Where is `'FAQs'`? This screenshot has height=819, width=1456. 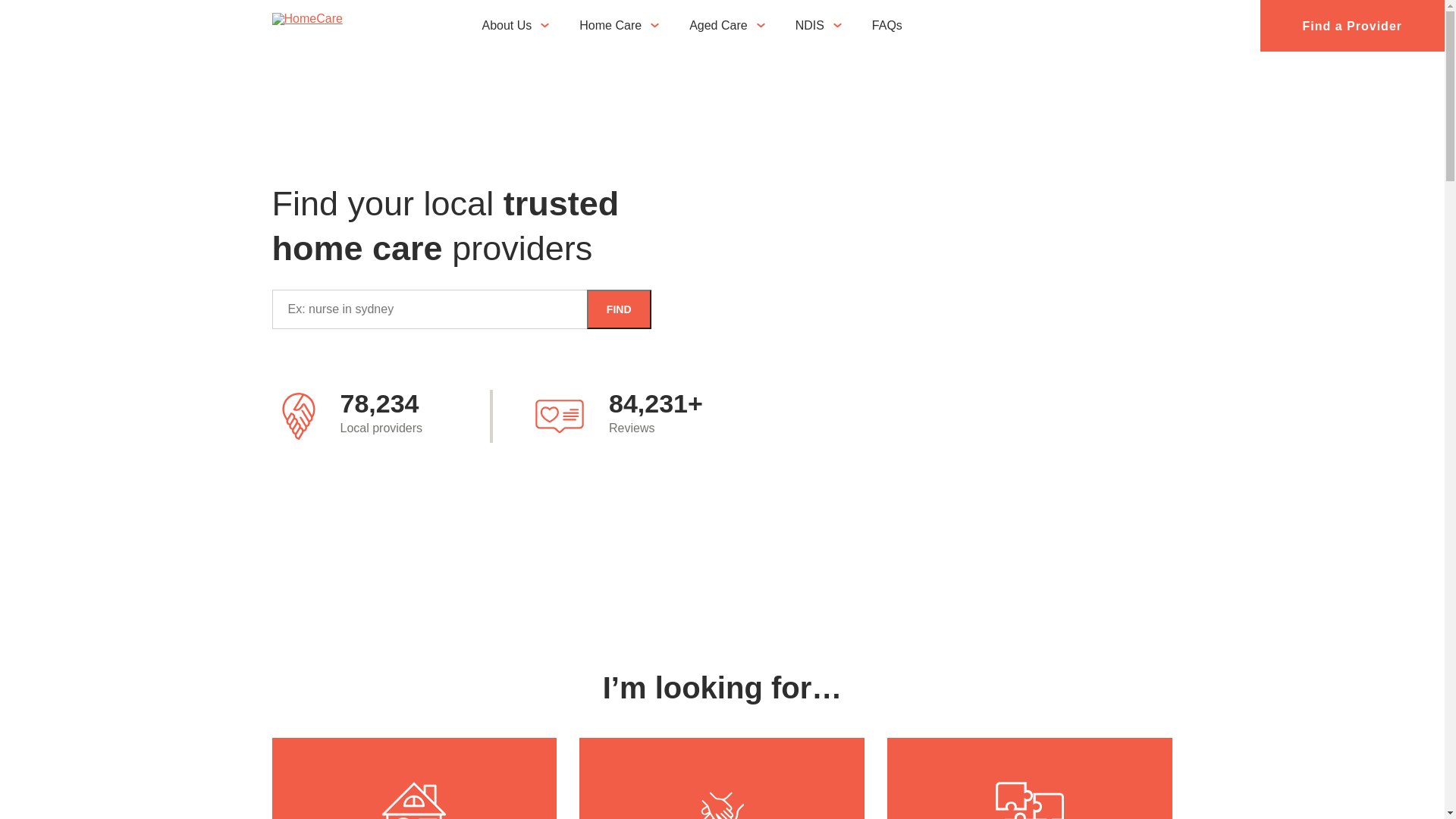 'FAQs' is located at coordinates (895, 25).